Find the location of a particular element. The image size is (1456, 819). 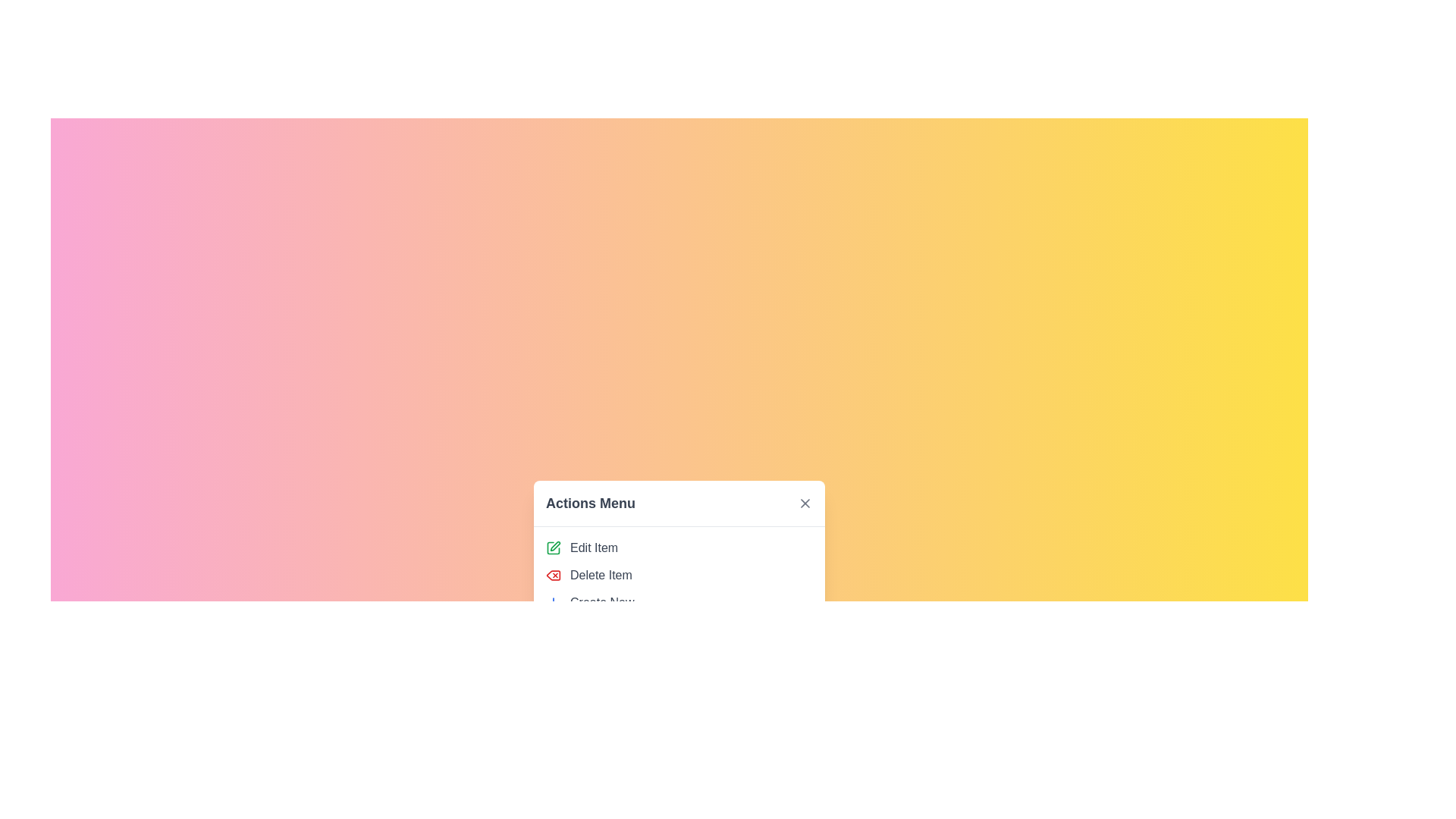

the SVG 'X' icon located at the top-right corner of the 'Actions Menu' pop-up is located at coordinates (804, 503).